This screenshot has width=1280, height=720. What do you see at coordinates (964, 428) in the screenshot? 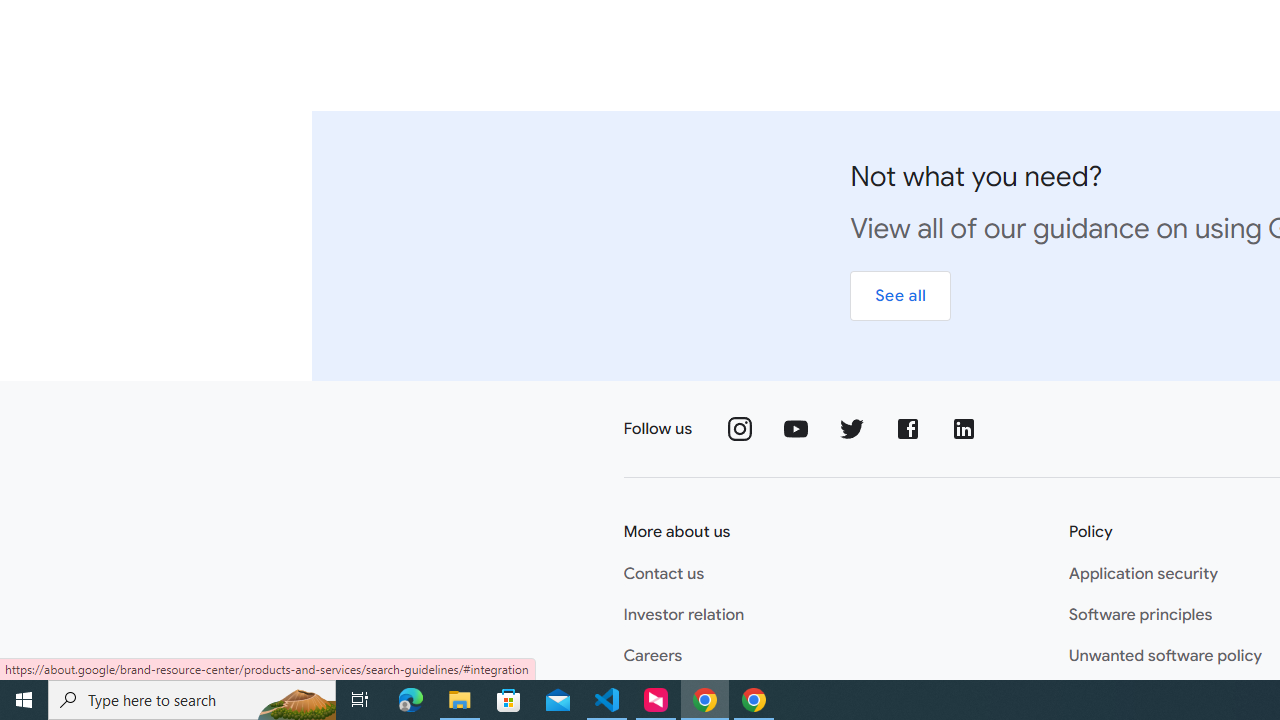
I see `'Follow us on Linkedin'` at bounding box center [964, 428].